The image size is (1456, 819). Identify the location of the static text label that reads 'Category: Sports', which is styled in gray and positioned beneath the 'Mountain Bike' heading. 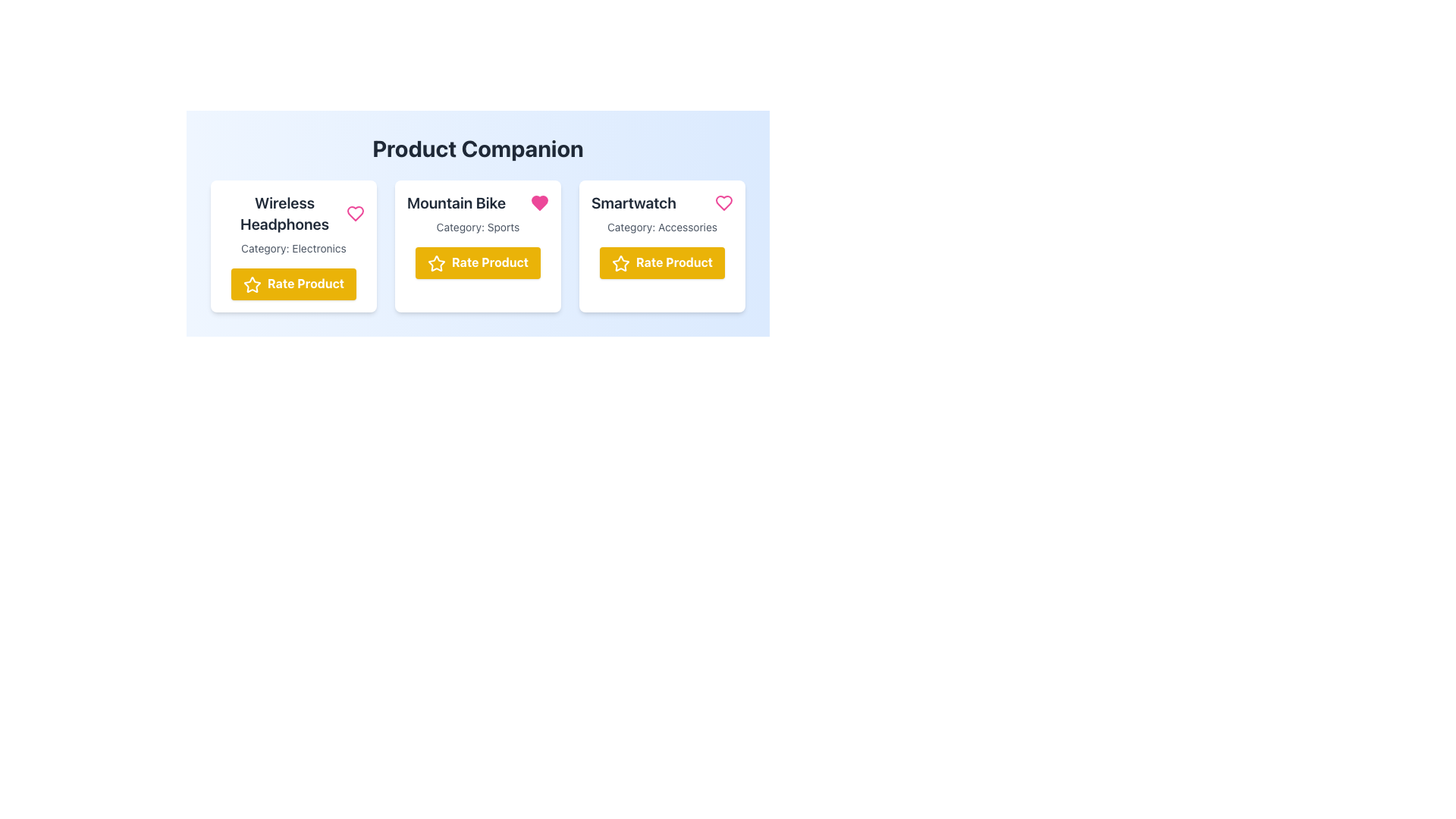
(477, 227).